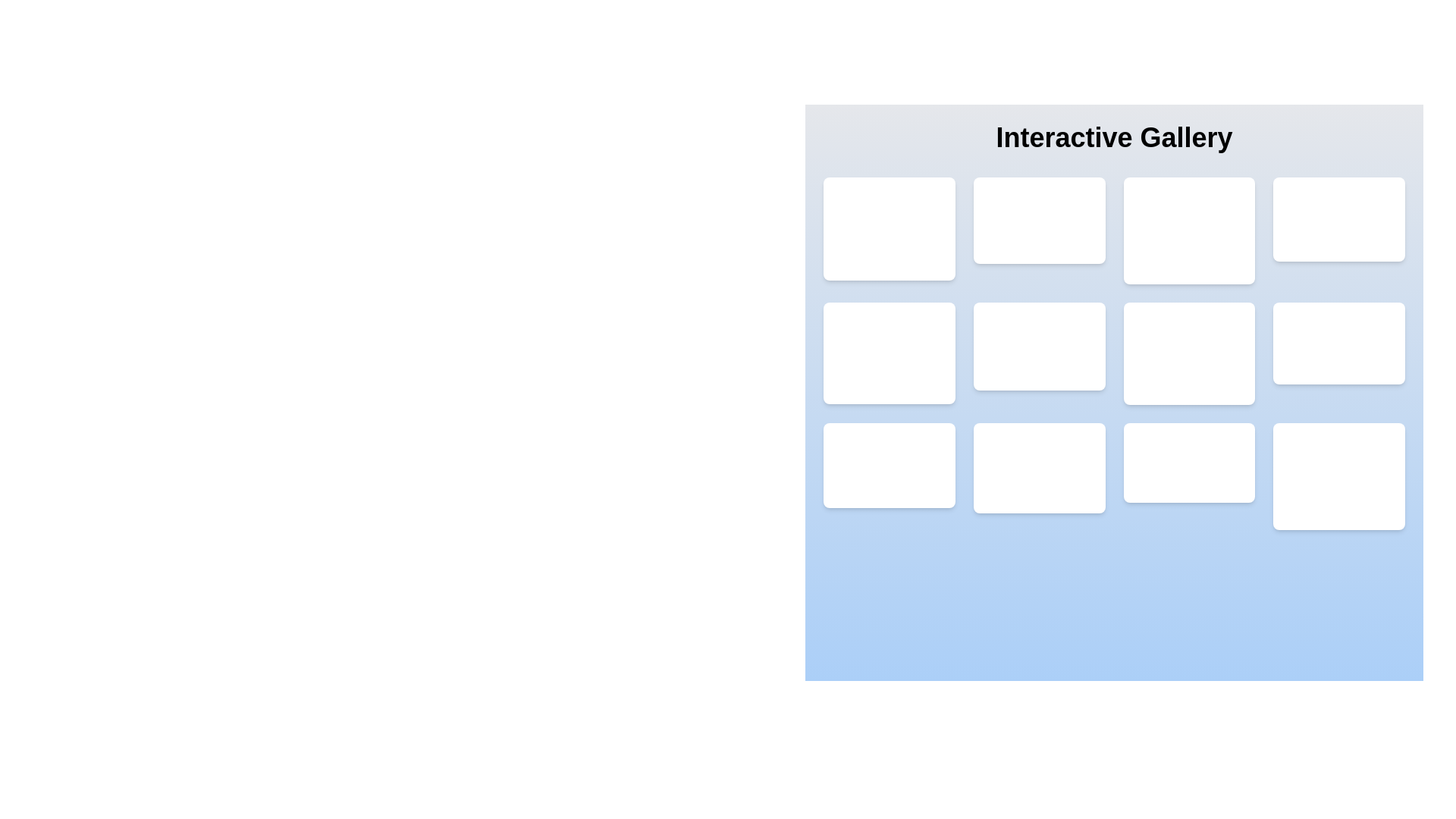 The image size is (1456, 819). I want to click on the gallery card component displaying details about 'Artwork #9', which is the ninth item in a grid layout of twelve cards located in the bottom-left corner, so click(889, 464).